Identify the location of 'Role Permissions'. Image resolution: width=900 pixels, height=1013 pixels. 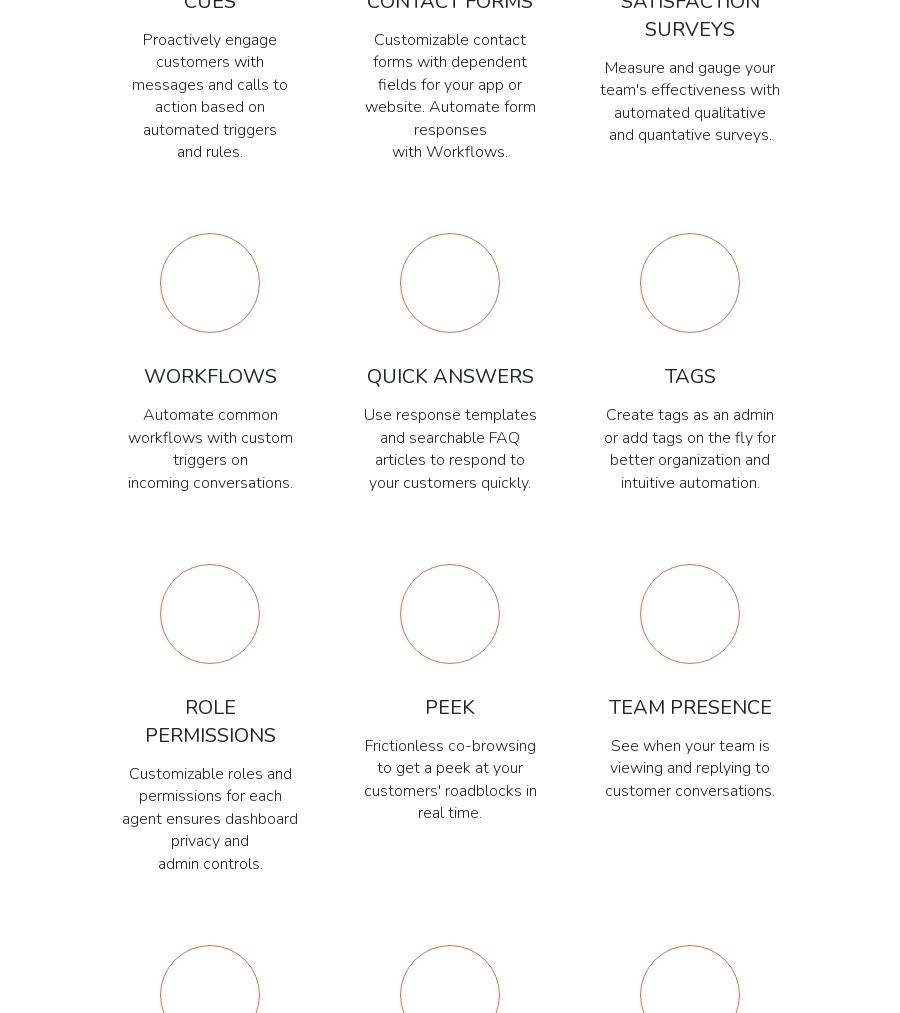
(209, 721).